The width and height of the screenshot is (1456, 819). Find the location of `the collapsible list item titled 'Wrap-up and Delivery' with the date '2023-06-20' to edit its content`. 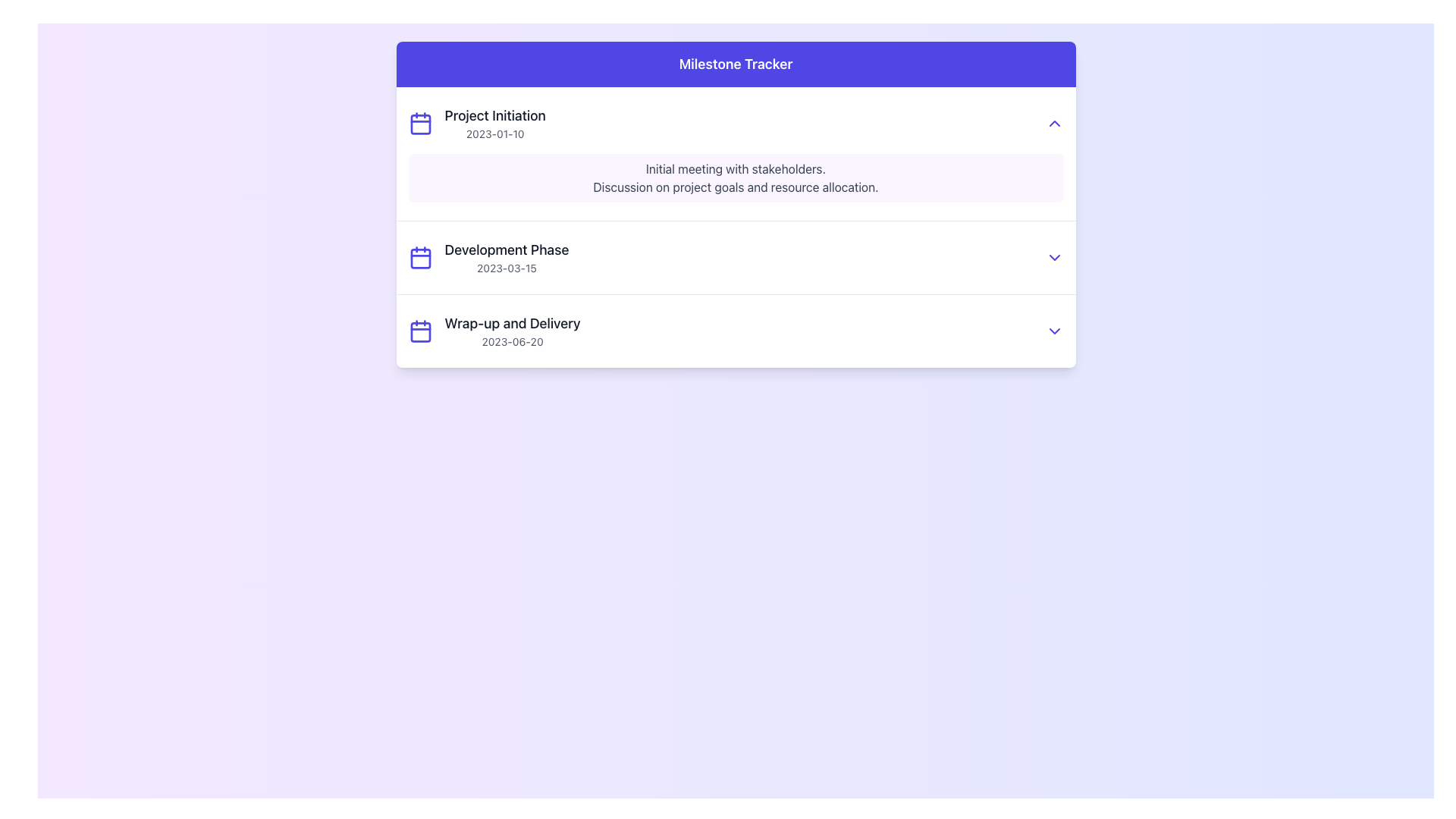

the collapsible list item titled 'Wrap-up and Delivery' with the date '2023-06-20' to edit its content is located at coordinates (736, 330).